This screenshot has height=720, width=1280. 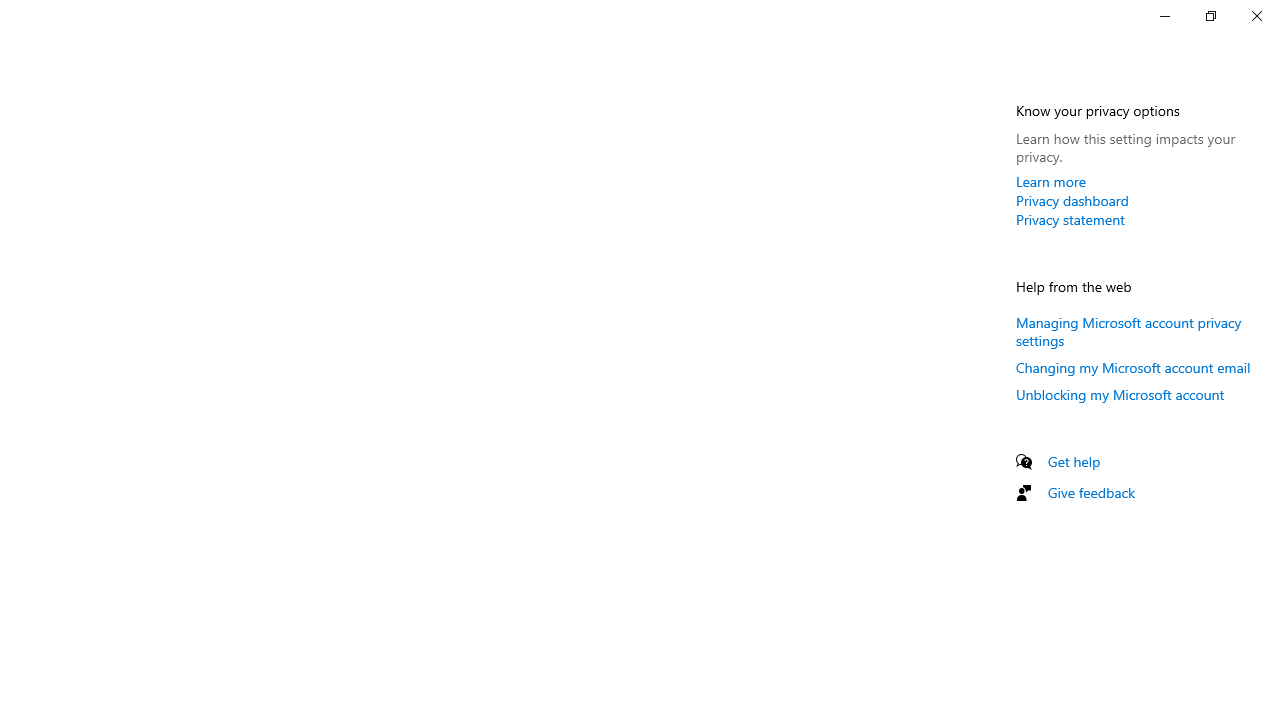 What do you see at coordinates (1071, 200) in the screenshot?
I see `'Privacy dashboard'` at bounding box center [1071, 200].